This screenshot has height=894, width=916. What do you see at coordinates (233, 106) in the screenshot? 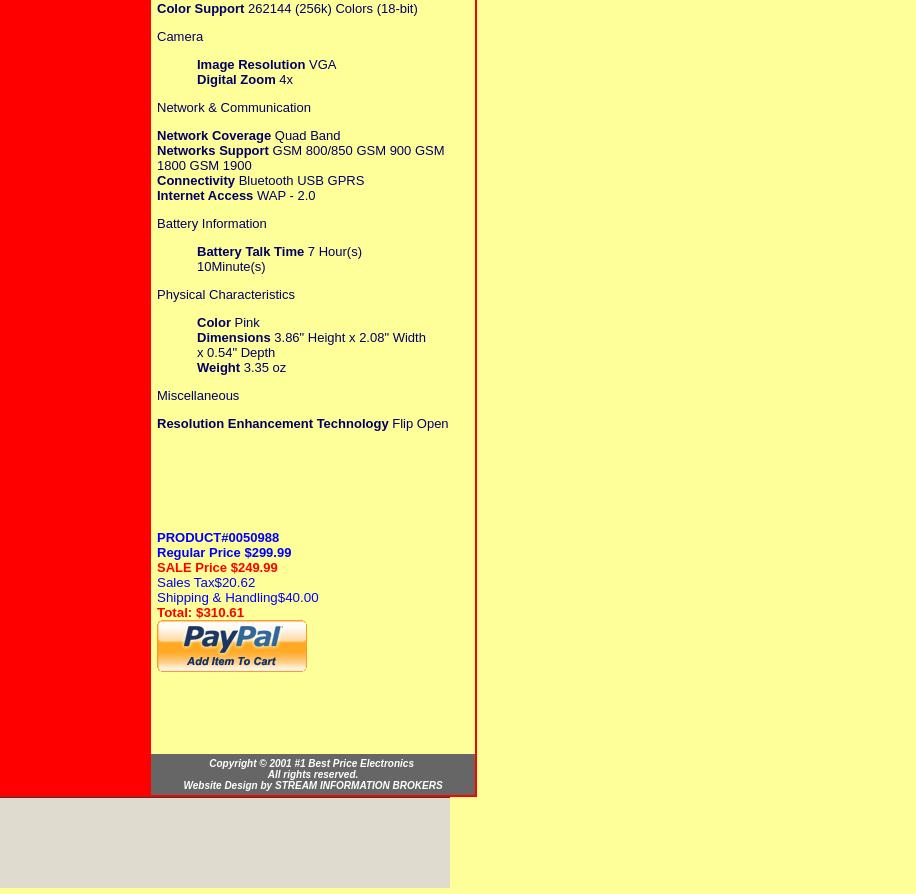
I see `'Network & Communication'` at bounding box center [233, 106].